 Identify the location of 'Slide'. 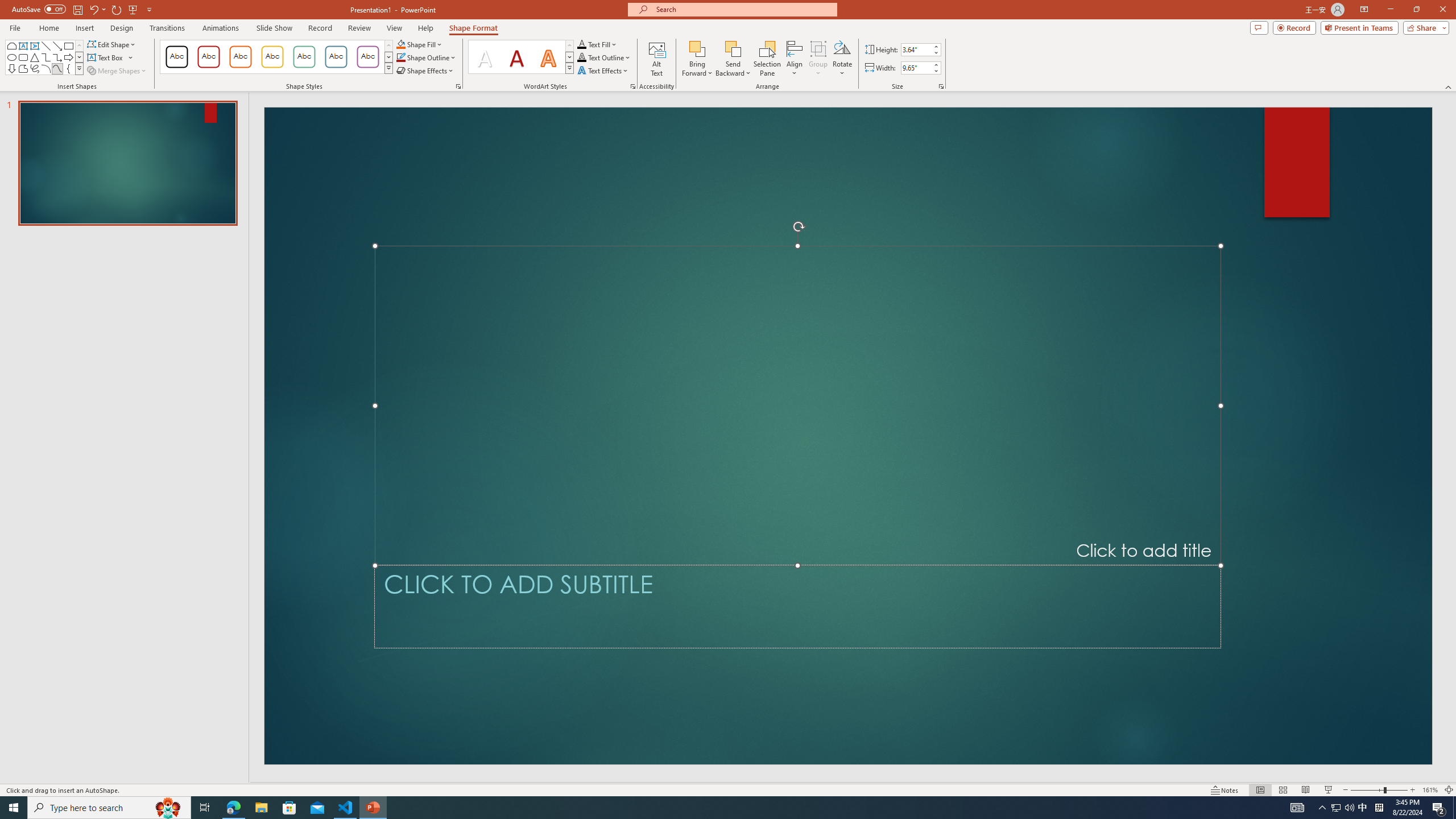
(127, 163).